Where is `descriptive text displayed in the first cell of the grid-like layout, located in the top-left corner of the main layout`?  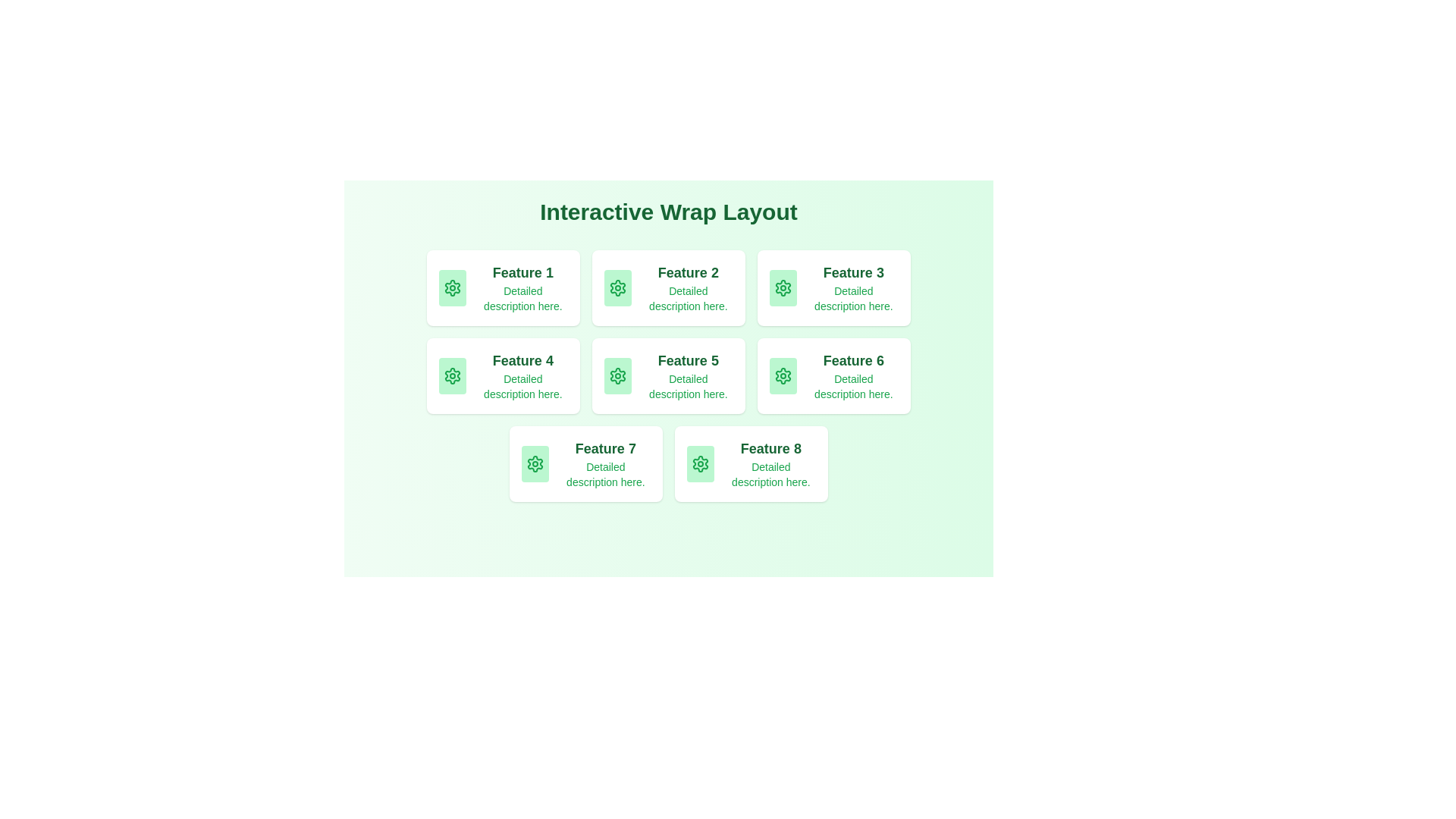 descriptive text displayed in the first cell of the grid-like layout, located in the top-left corner of the main layout is located at coordinates (522, 288).